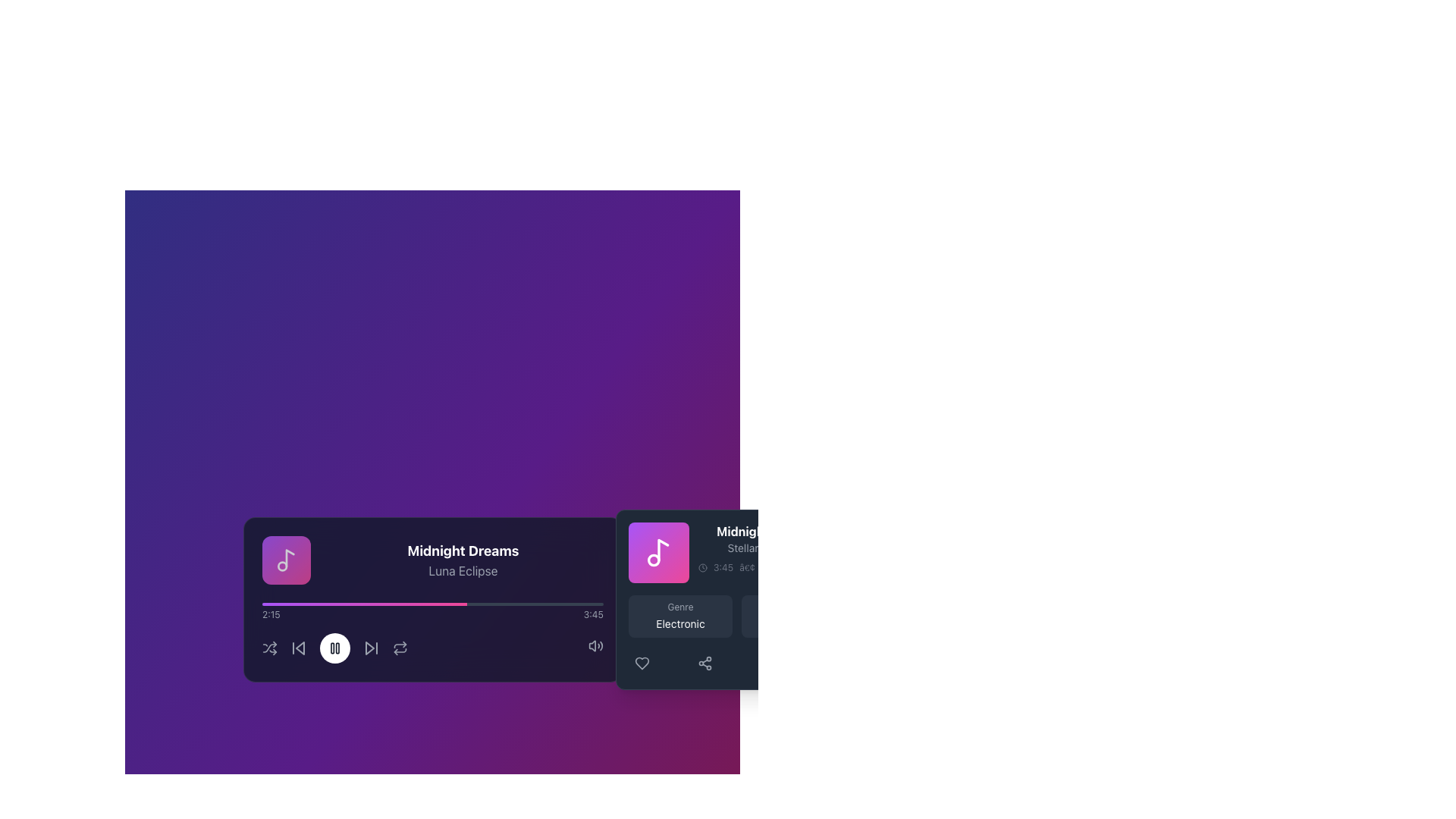 The image size is (1456, 819). What do you see at coordinates (431, 598) in the screenshot?
I see `the progress bar for the song 'Midnight Dreams' by 'Luna Eclipse' to adjust the playback position` at bounding box center [431, 598].